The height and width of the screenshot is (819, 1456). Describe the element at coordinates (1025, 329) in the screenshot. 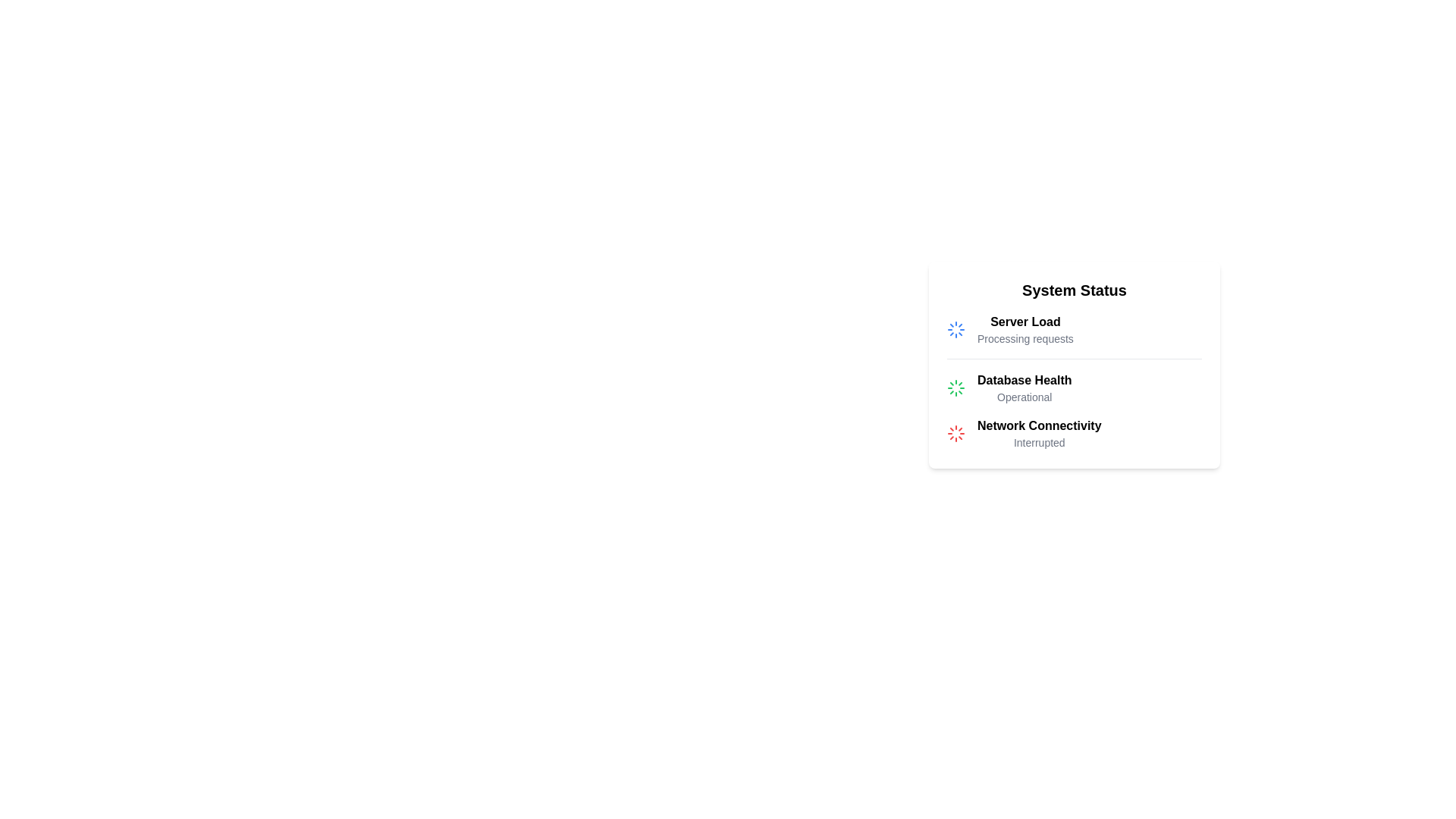

I see `status update displayed in the Text display element located under the 'System Status' heading, which is the first item in the list, positioned above 'Database Health' and 'Network Connectivity'` at that location.